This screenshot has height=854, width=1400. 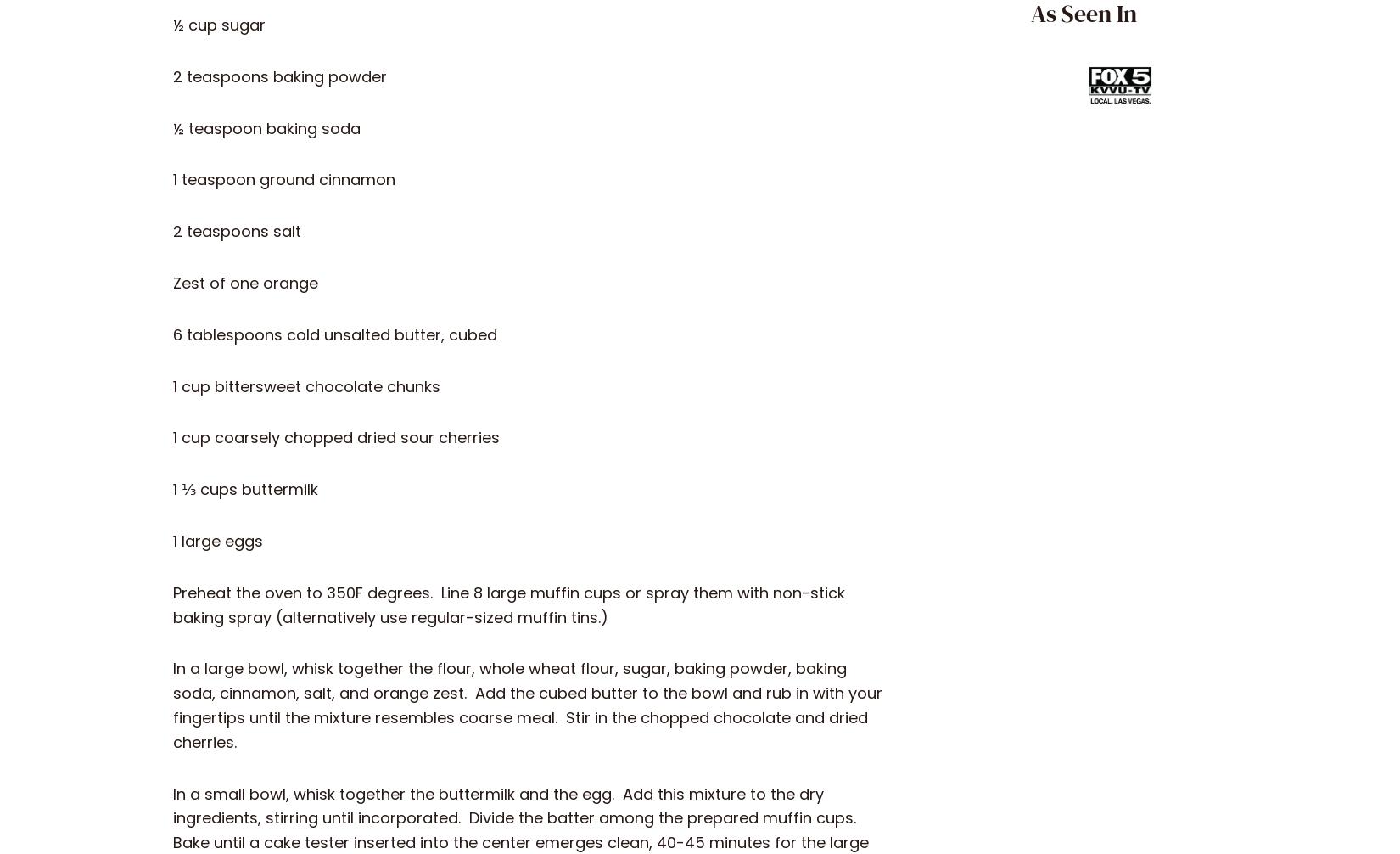 I want to click on '½ teaspoon baking soda', so click(x=266, y=127).